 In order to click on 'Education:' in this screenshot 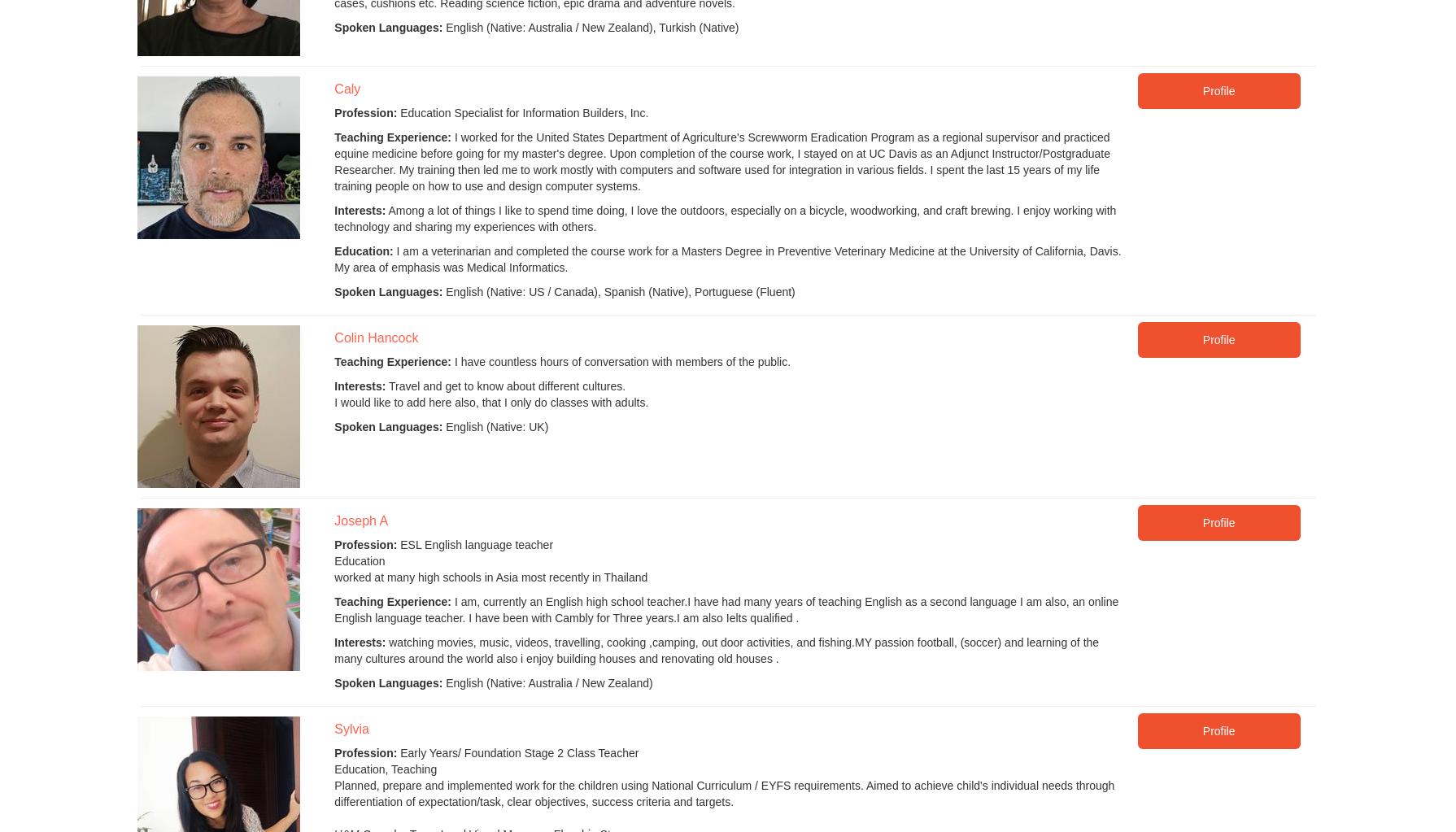, I will do `click(363, 250)`.